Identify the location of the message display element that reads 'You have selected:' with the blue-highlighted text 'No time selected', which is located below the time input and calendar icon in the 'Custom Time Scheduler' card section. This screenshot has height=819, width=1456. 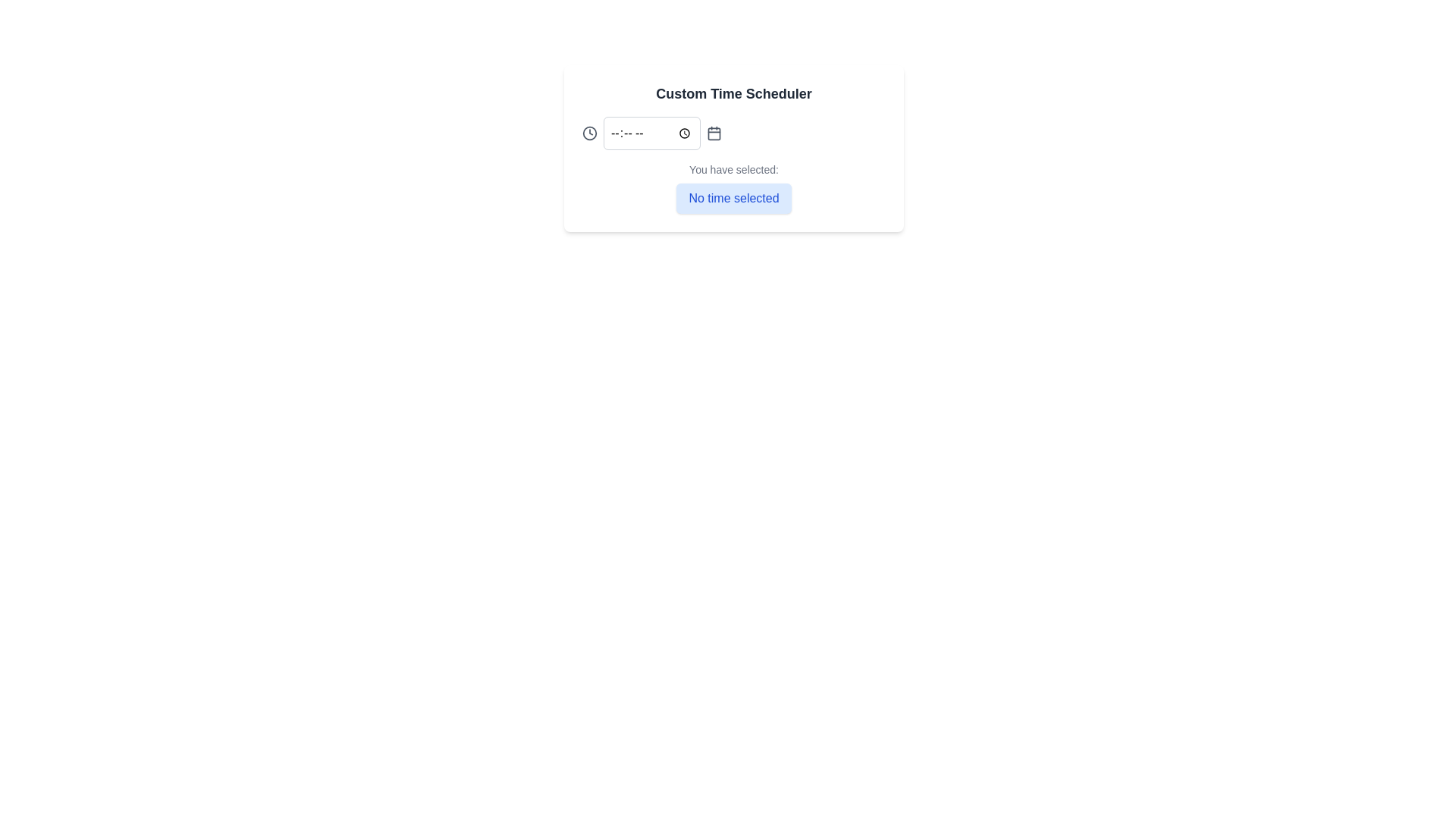
(734, 187).